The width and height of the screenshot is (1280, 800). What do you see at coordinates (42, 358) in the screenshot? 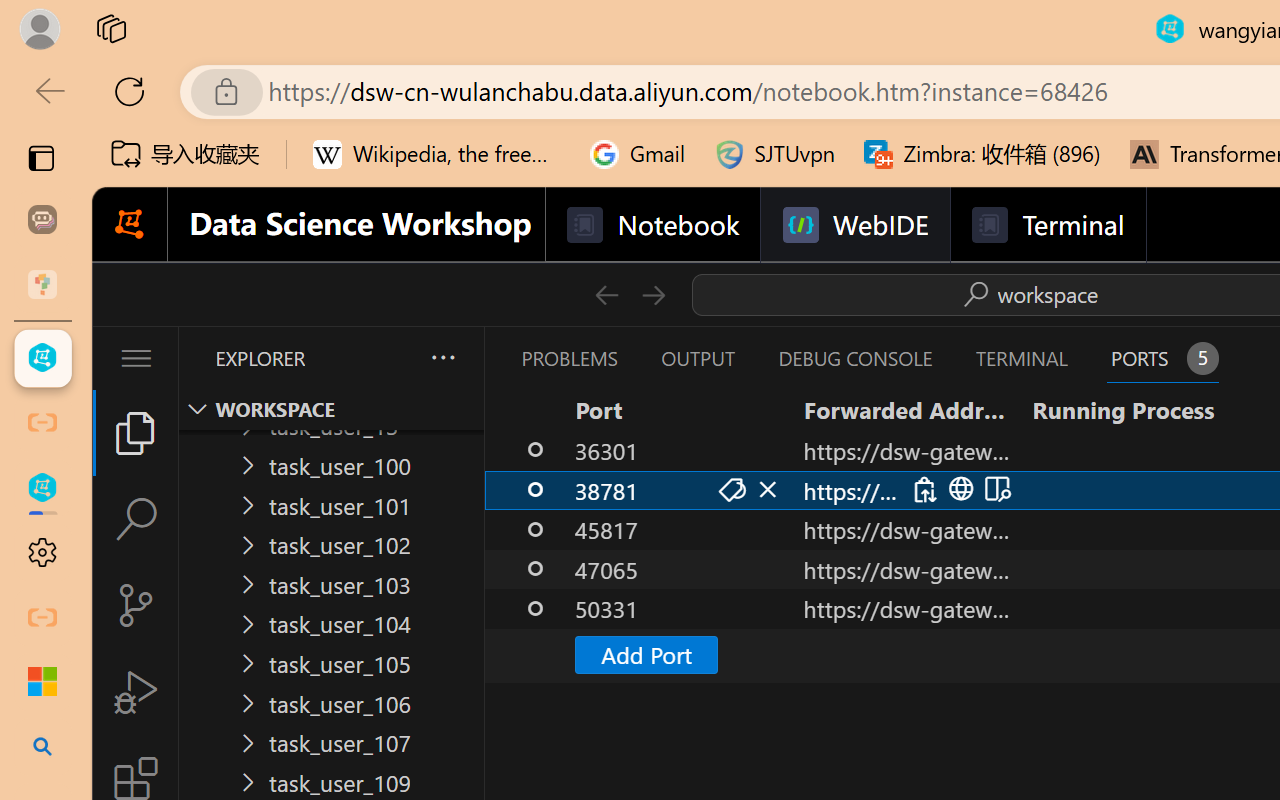
I see `'wangyian_dsw - DSW'` at bounding box center [42, 358].